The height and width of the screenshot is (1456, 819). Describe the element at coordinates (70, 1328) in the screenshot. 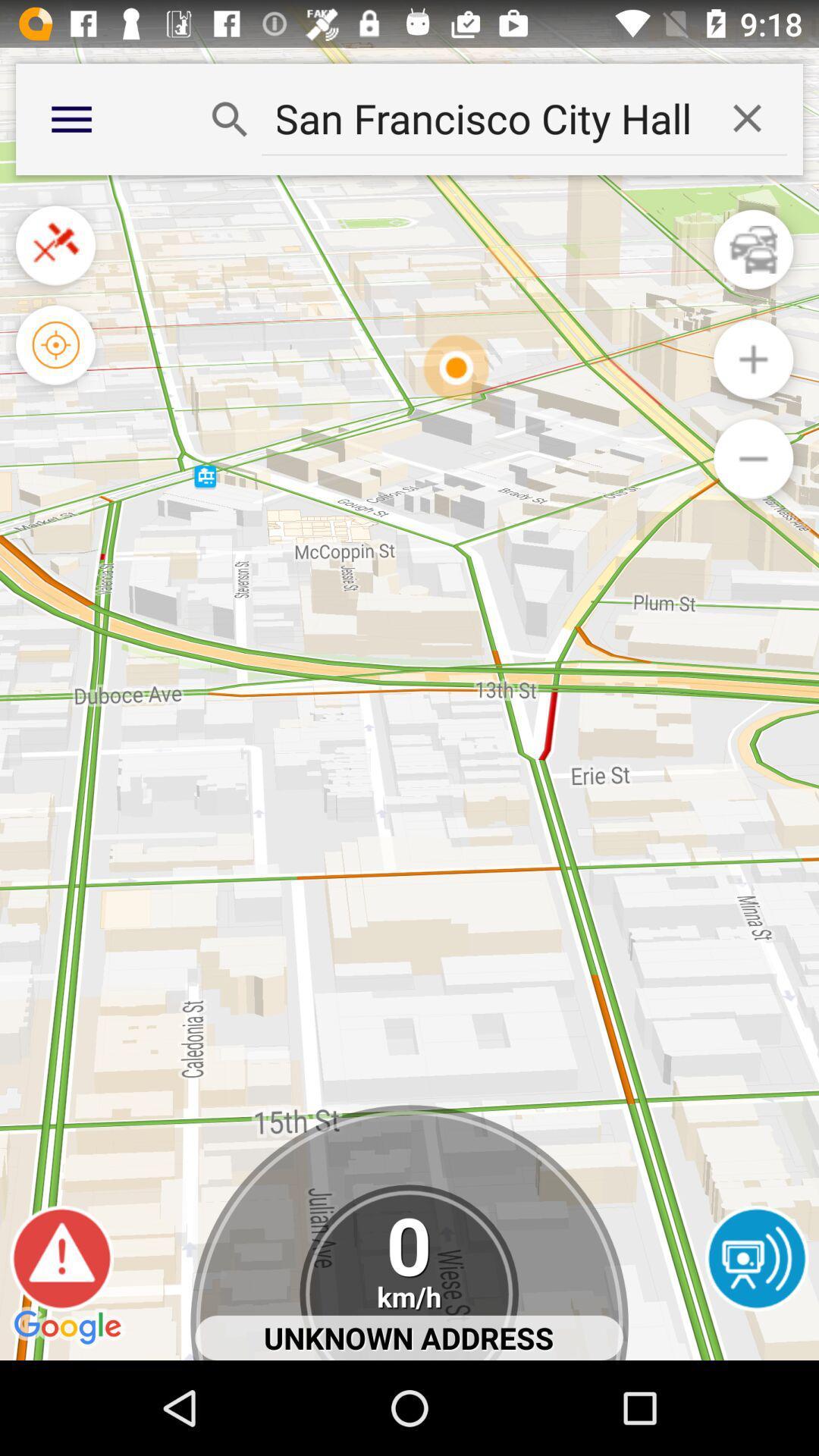

I see `the text called google` at that location.